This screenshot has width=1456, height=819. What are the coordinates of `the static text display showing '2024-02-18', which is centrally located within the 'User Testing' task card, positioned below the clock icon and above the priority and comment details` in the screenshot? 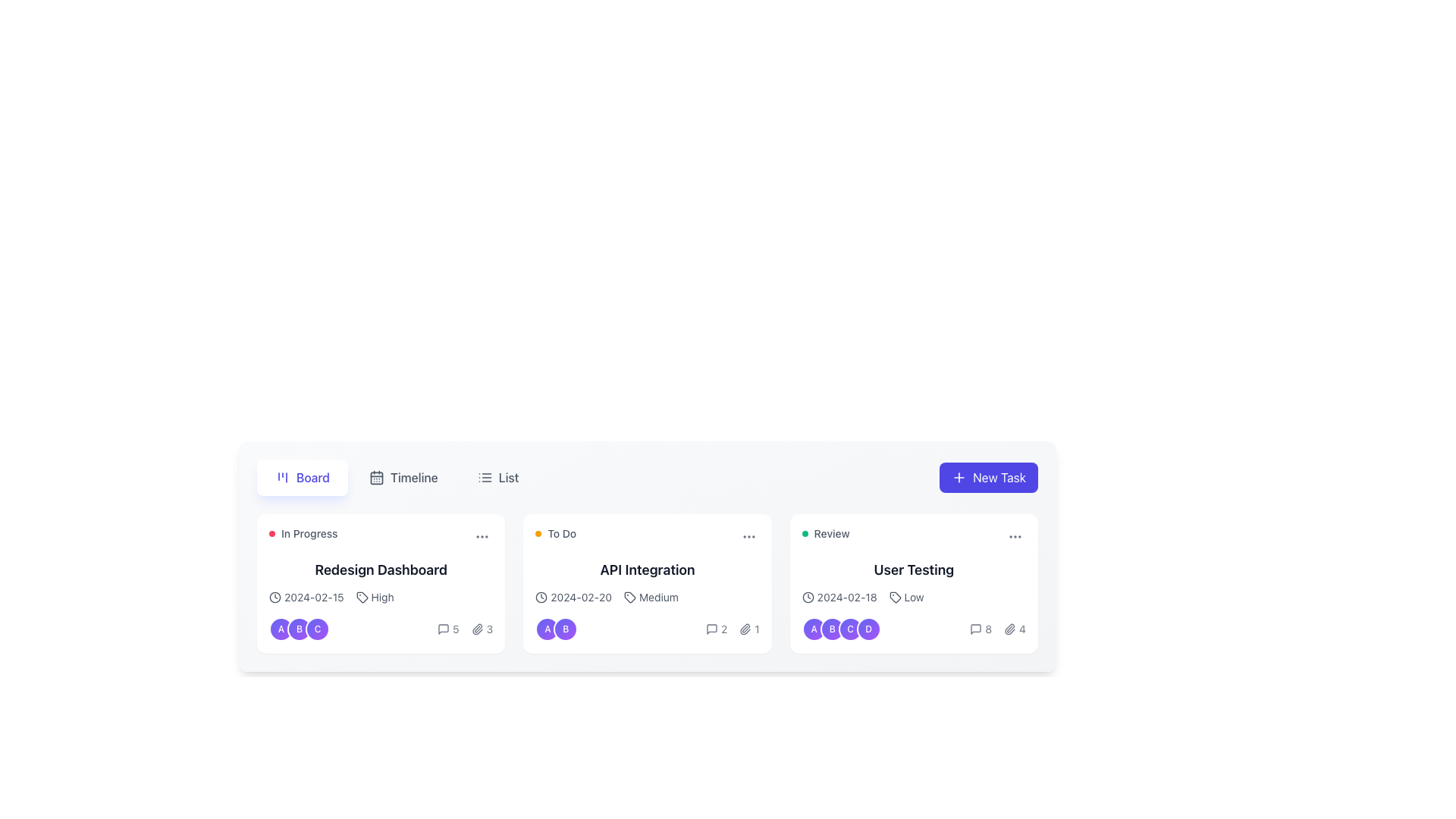 It's located at (846, 596).